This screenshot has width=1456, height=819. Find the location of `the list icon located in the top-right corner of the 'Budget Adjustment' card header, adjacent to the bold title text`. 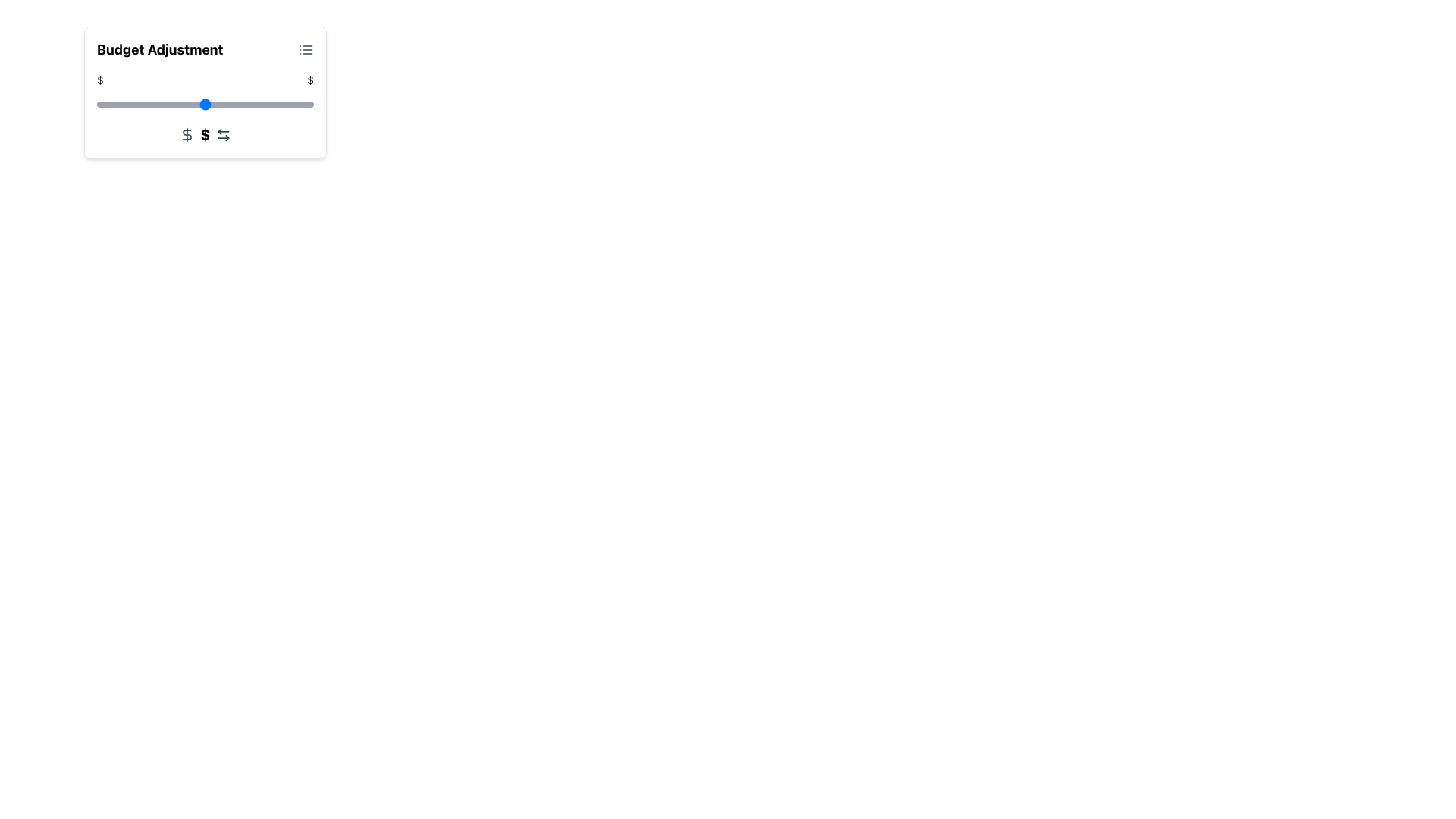

the list icon located in the top-right corner of the 'Budget Adjustment' card header, adjacent to the bold title text is located at coordinates (305, 49).